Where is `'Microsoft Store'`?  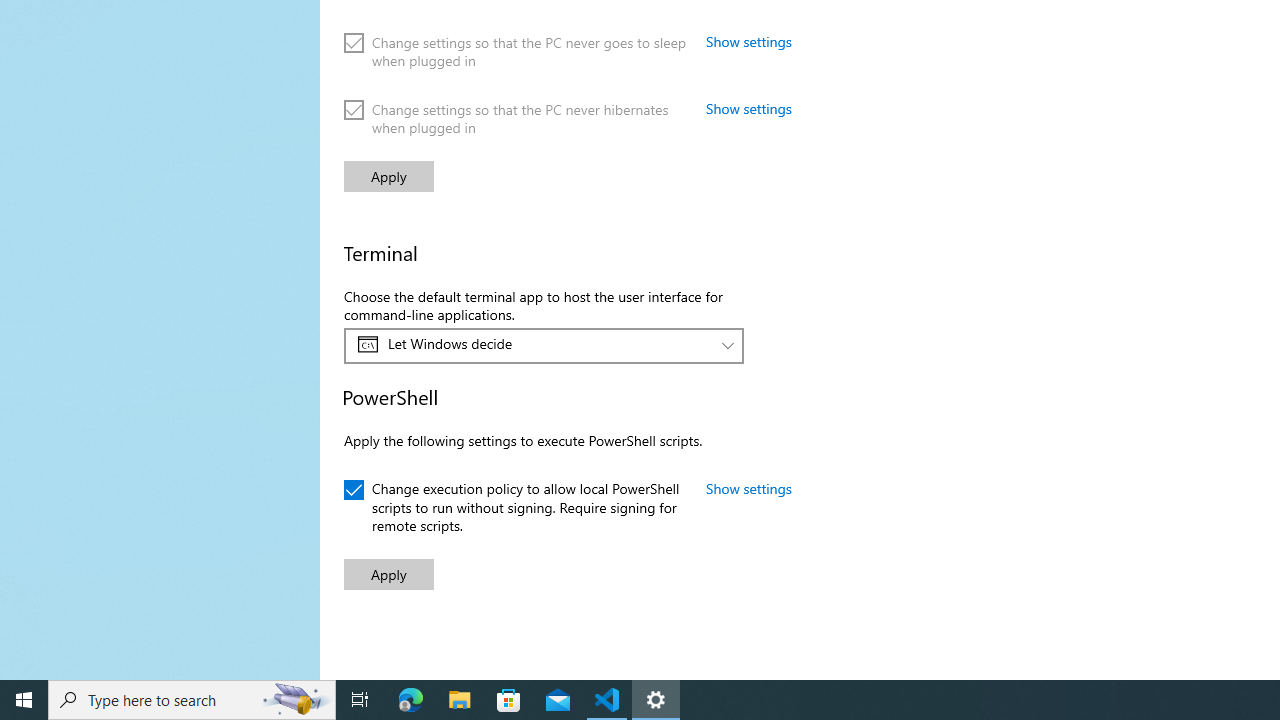 'Microsoft Store' is located at coordinates (509, 698).